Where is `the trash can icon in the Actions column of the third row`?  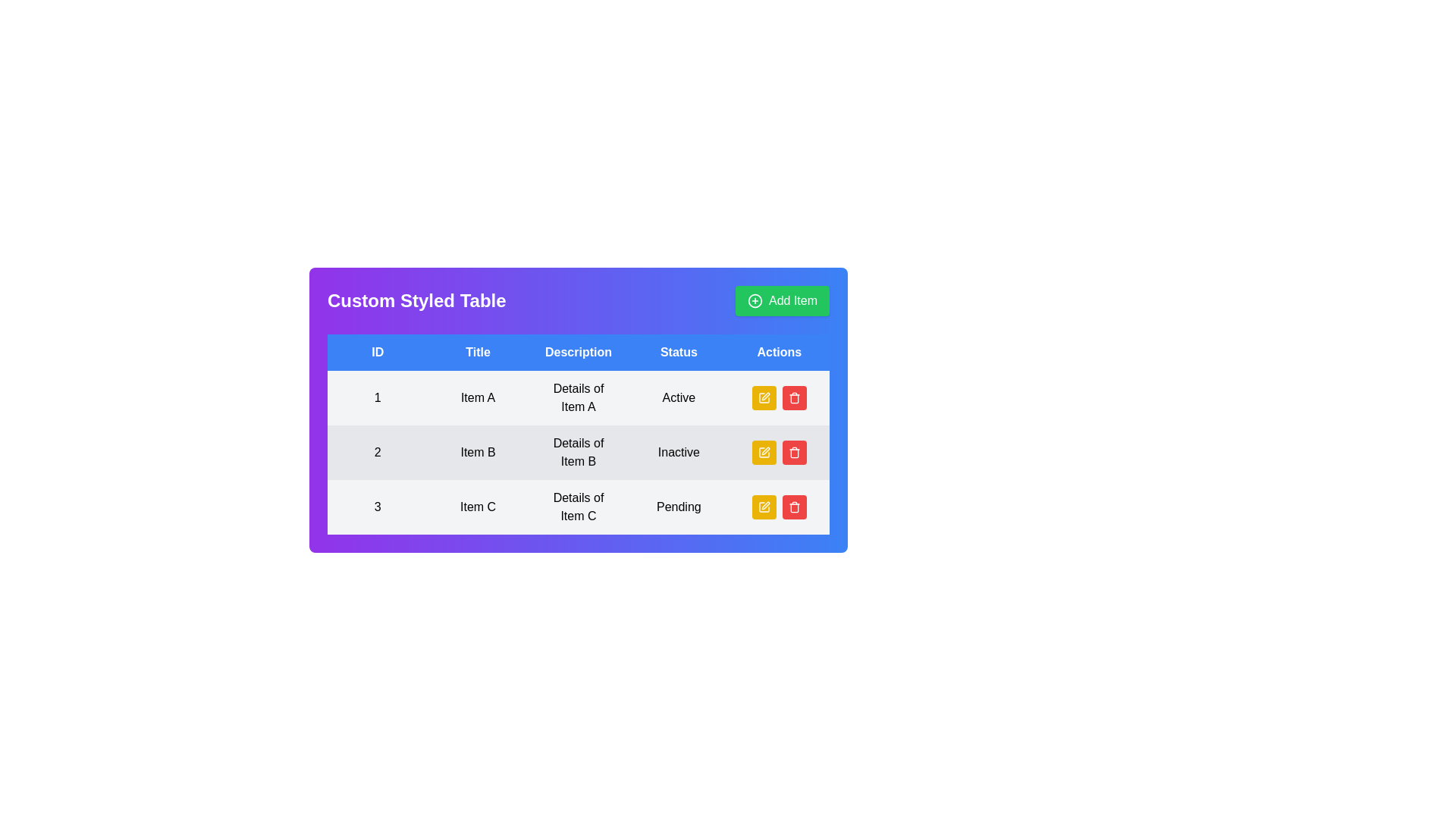 the trash can icon in the Actions column of the third row is located at coordinates (793, 508).